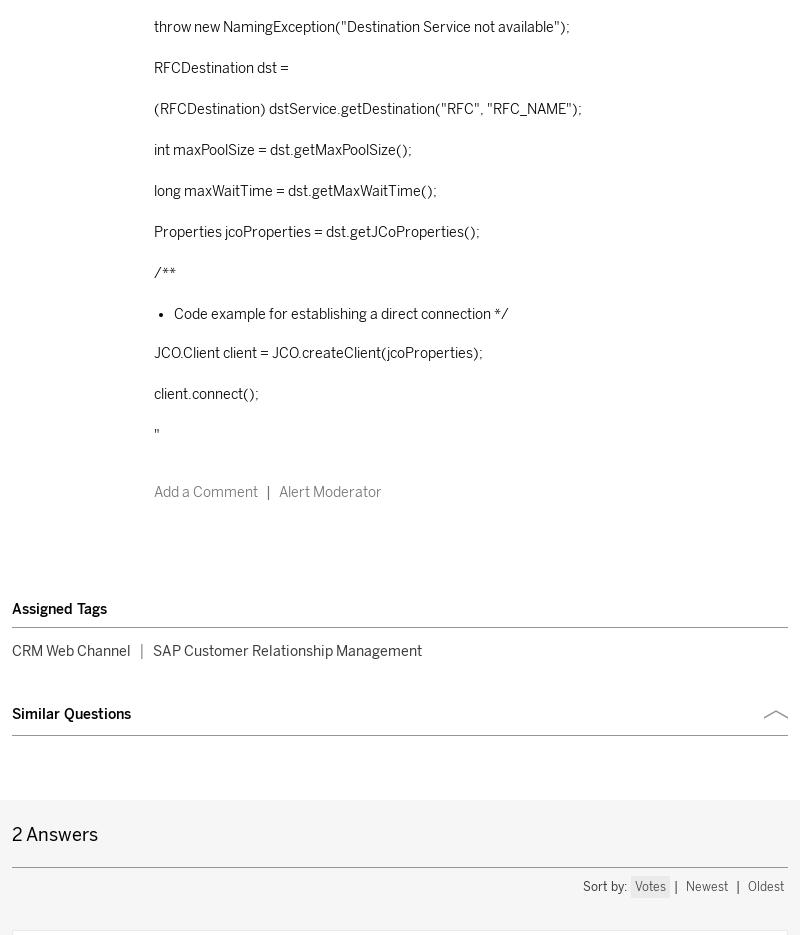 The width and height of the screenshot is (800, 935). Describe the element at coordinates (316, 351) in the screenshot. I see `'JCO.Client client = JCO.createClient(jcoProperties);'` at that location.